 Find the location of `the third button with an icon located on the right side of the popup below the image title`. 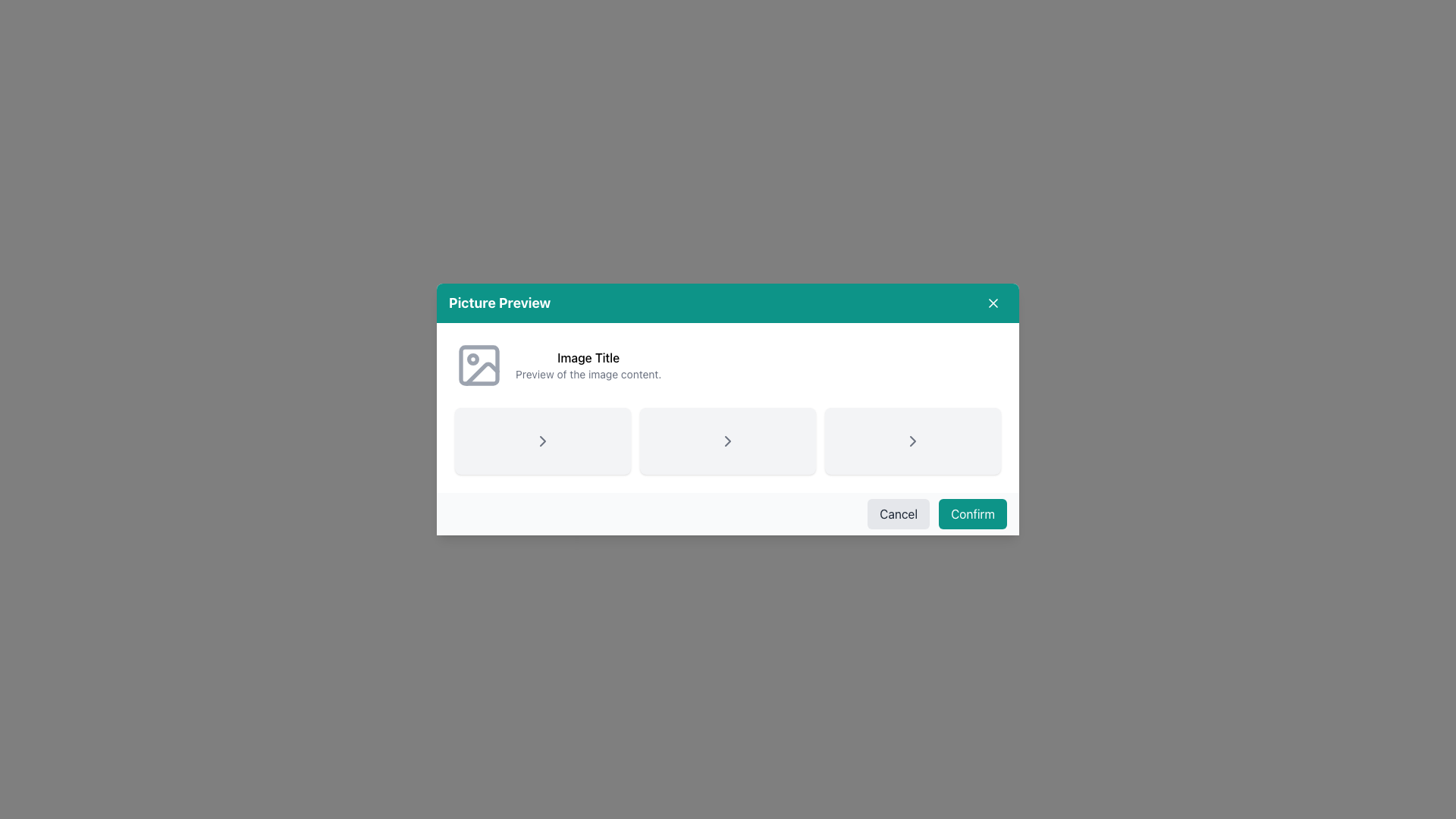

the third button with an icon located on the right side of the popup below the image title is located at coordinates (912, 441).